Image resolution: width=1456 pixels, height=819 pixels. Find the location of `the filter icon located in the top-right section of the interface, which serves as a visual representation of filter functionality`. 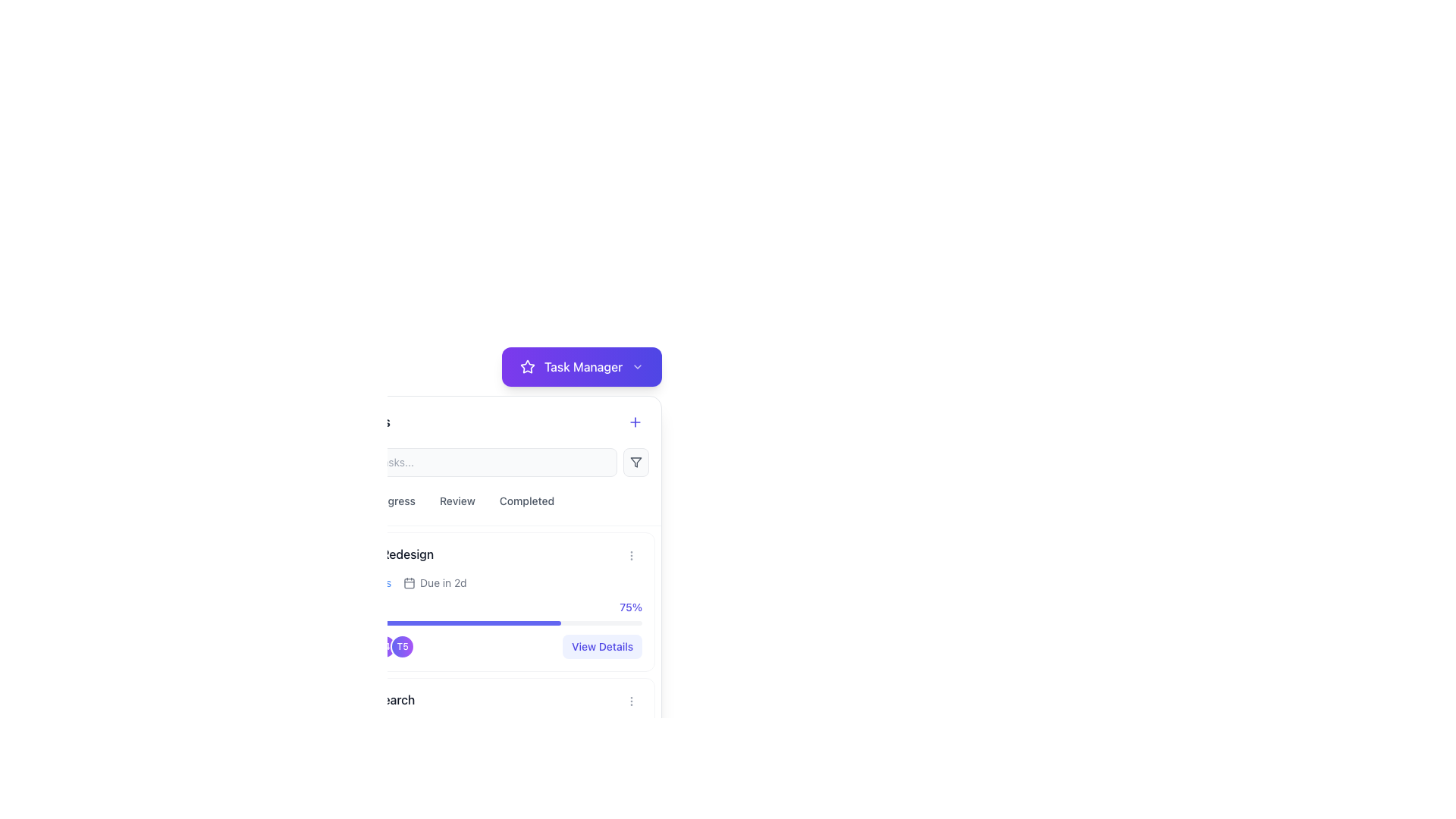

the filter icon located in the top-right section of the interface, which serves as a visual representation of filter functionality is located at coordinates (636, 461).